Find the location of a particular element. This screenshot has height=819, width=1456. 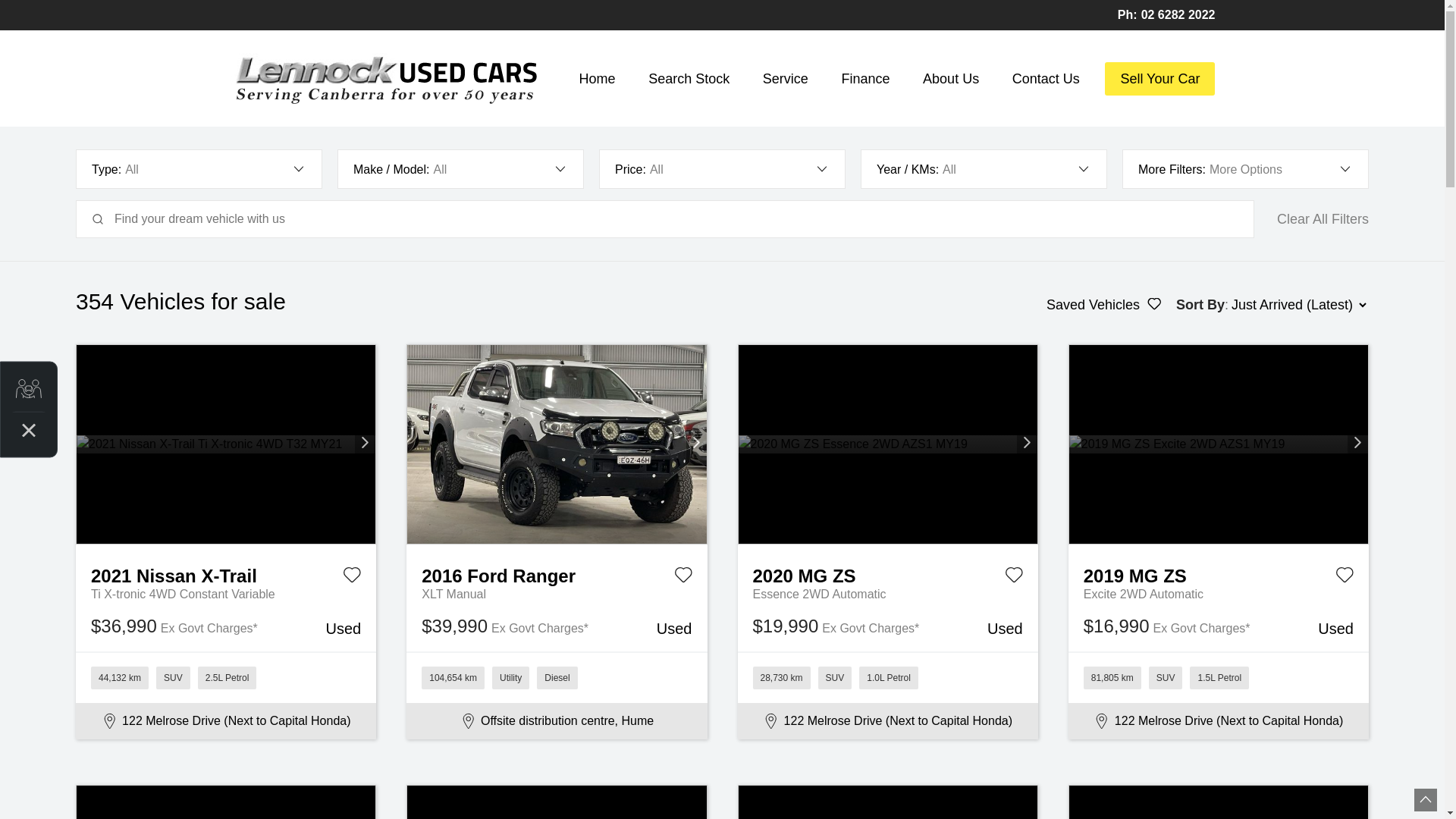

'Sell Your Car' is located at coordinates (1159, 79).